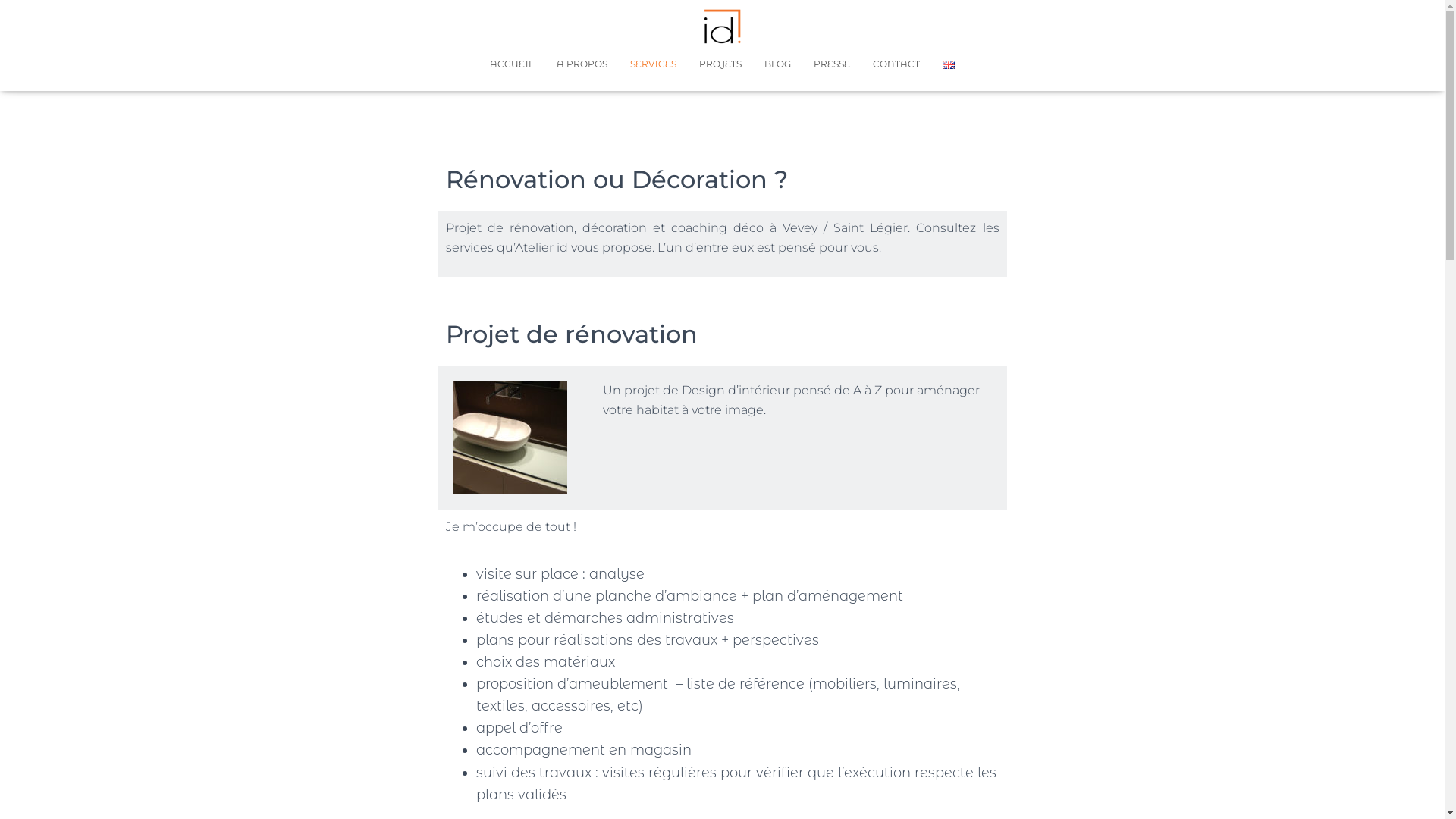 Image resolution: width=1456 pixels, height=819 pixels. What do you see at coordinates (722, 26) in the screenshot?
I see `'Atelier id'` at bounding box center [722, 26].